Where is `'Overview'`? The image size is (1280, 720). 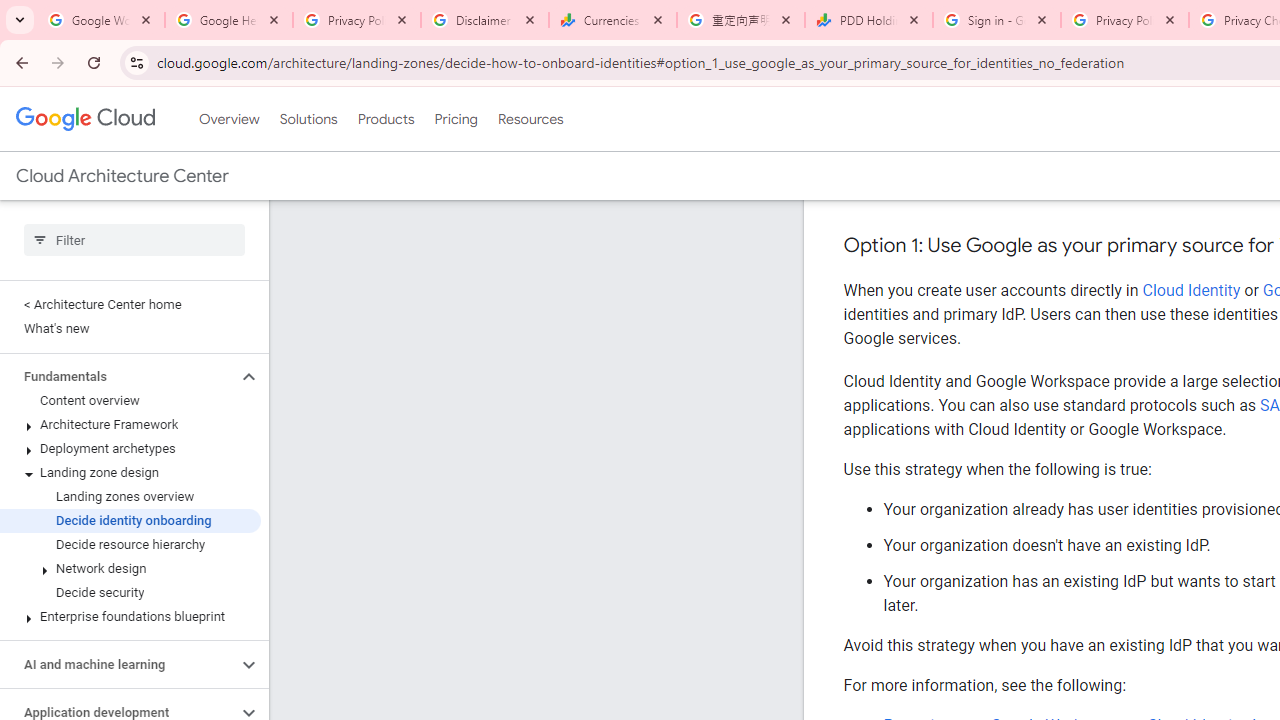 'Overview' is located at coordinates (229, 119).